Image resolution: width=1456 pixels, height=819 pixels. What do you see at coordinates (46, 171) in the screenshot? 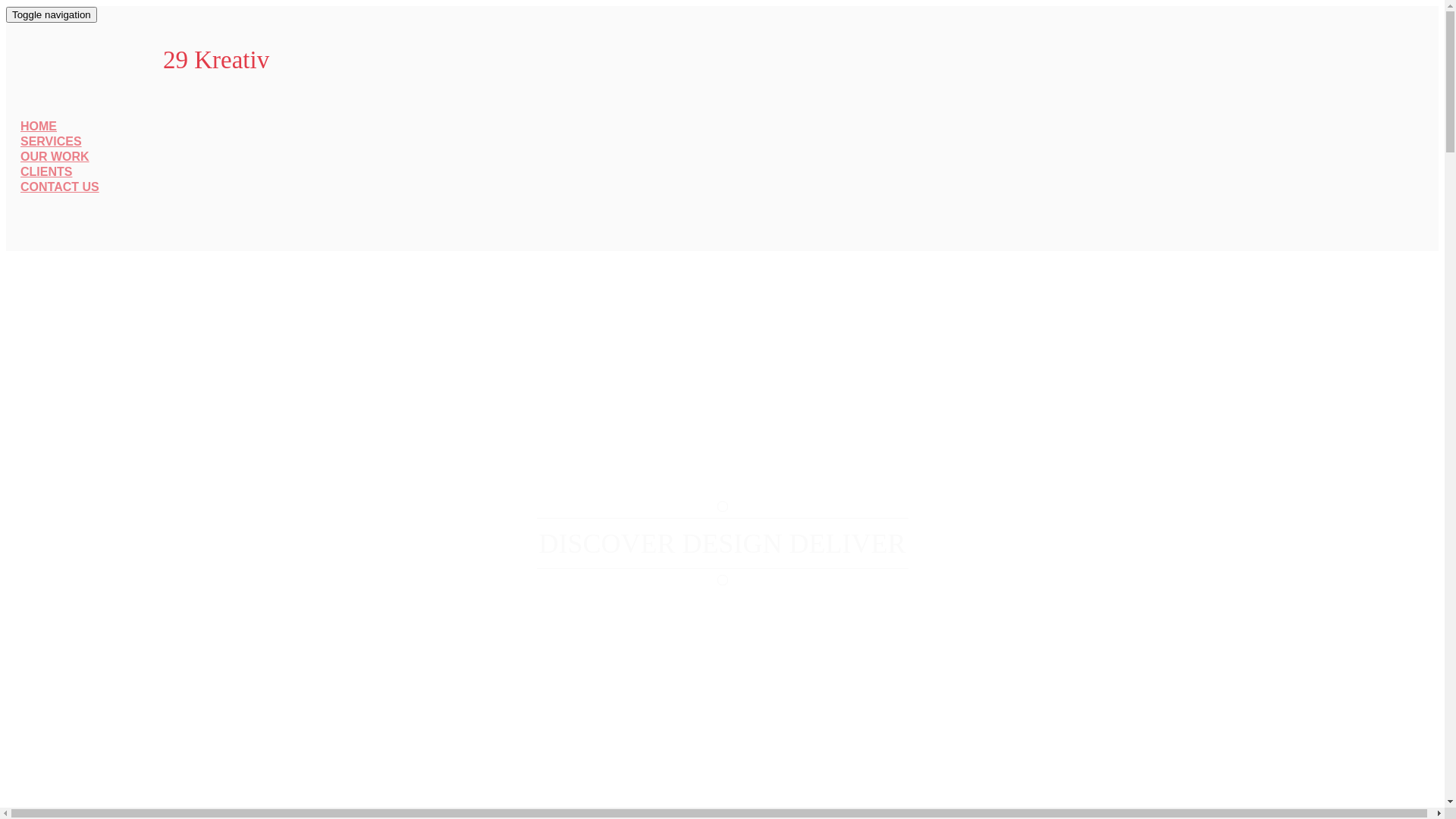
I see `'CLIENTS'` at bounding box center [46, 171].